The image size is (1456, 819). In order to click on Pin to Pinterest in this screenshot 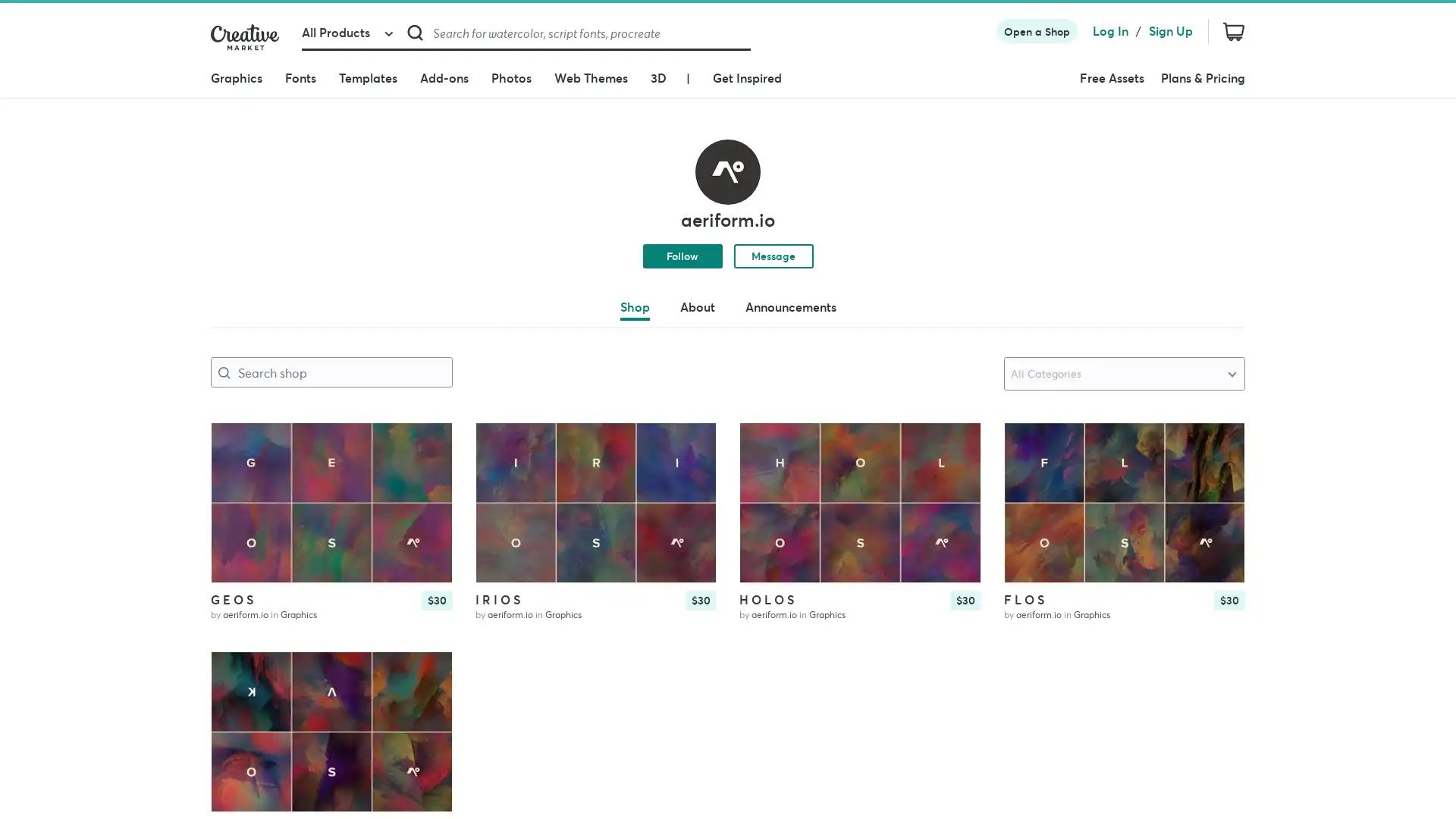, I will do `click(500, 446)`.